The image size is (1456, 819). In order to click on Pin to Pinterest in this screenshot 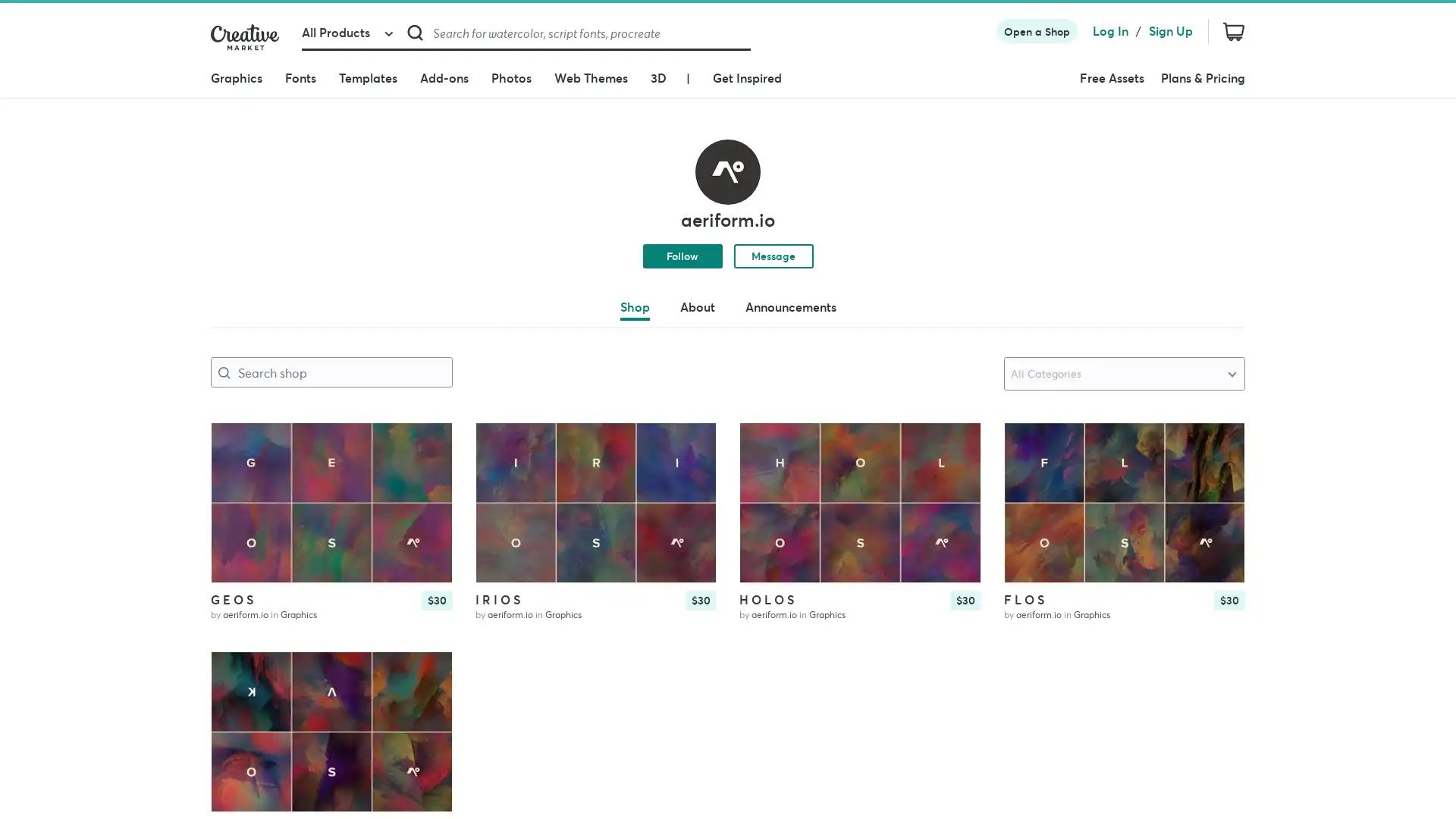, I will do `click(500, 446)`.